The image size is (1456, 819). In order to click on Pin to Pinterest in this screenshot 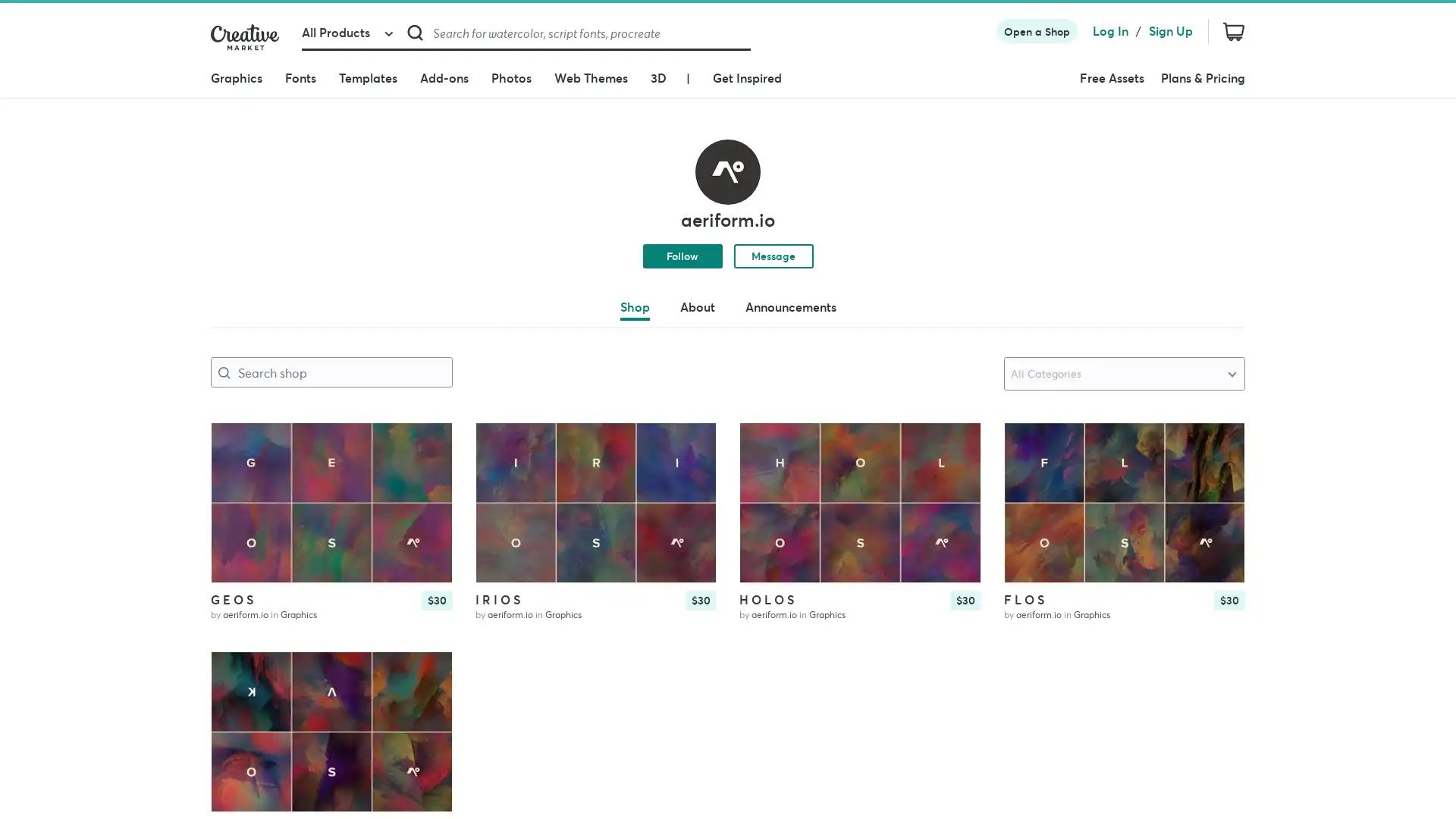, I will do `click(500, 446)`.